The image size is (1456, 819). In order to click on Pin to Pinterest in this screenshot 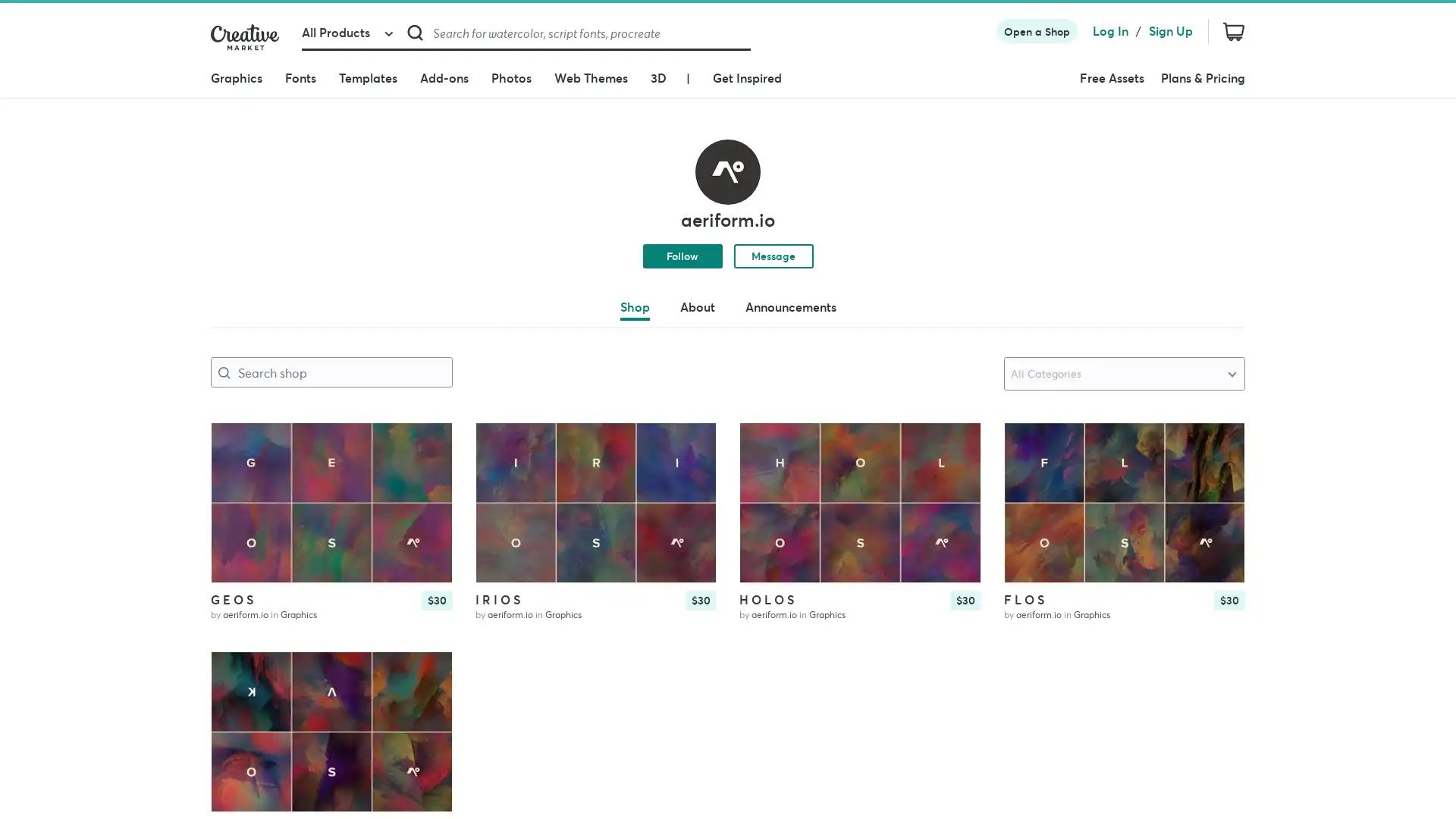, I will do `click(500, 446)`.